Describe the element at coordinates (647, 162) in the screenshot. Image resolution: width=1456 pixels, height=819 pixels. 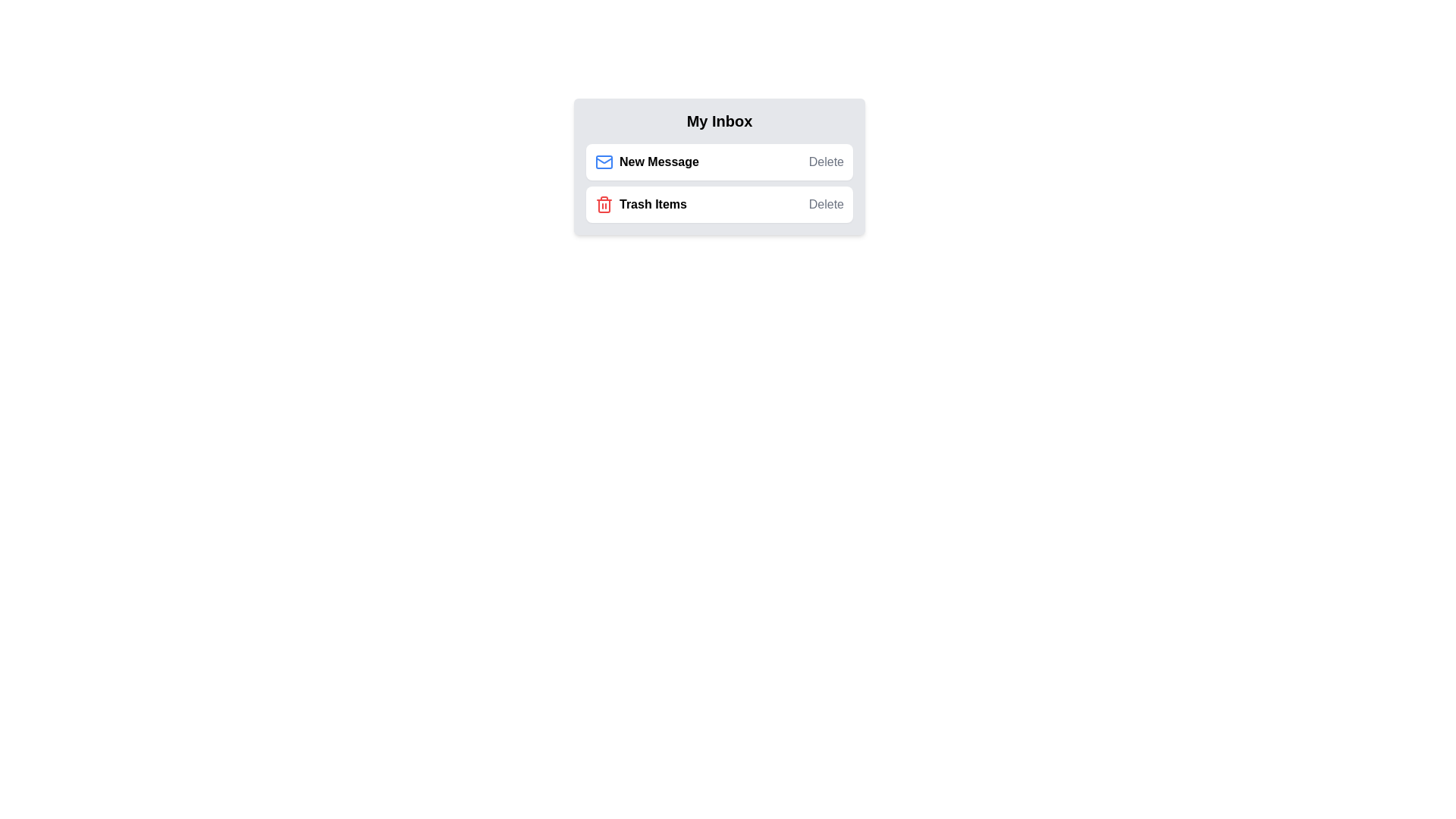
I see `the text New Message to perform its associated action` at that location.